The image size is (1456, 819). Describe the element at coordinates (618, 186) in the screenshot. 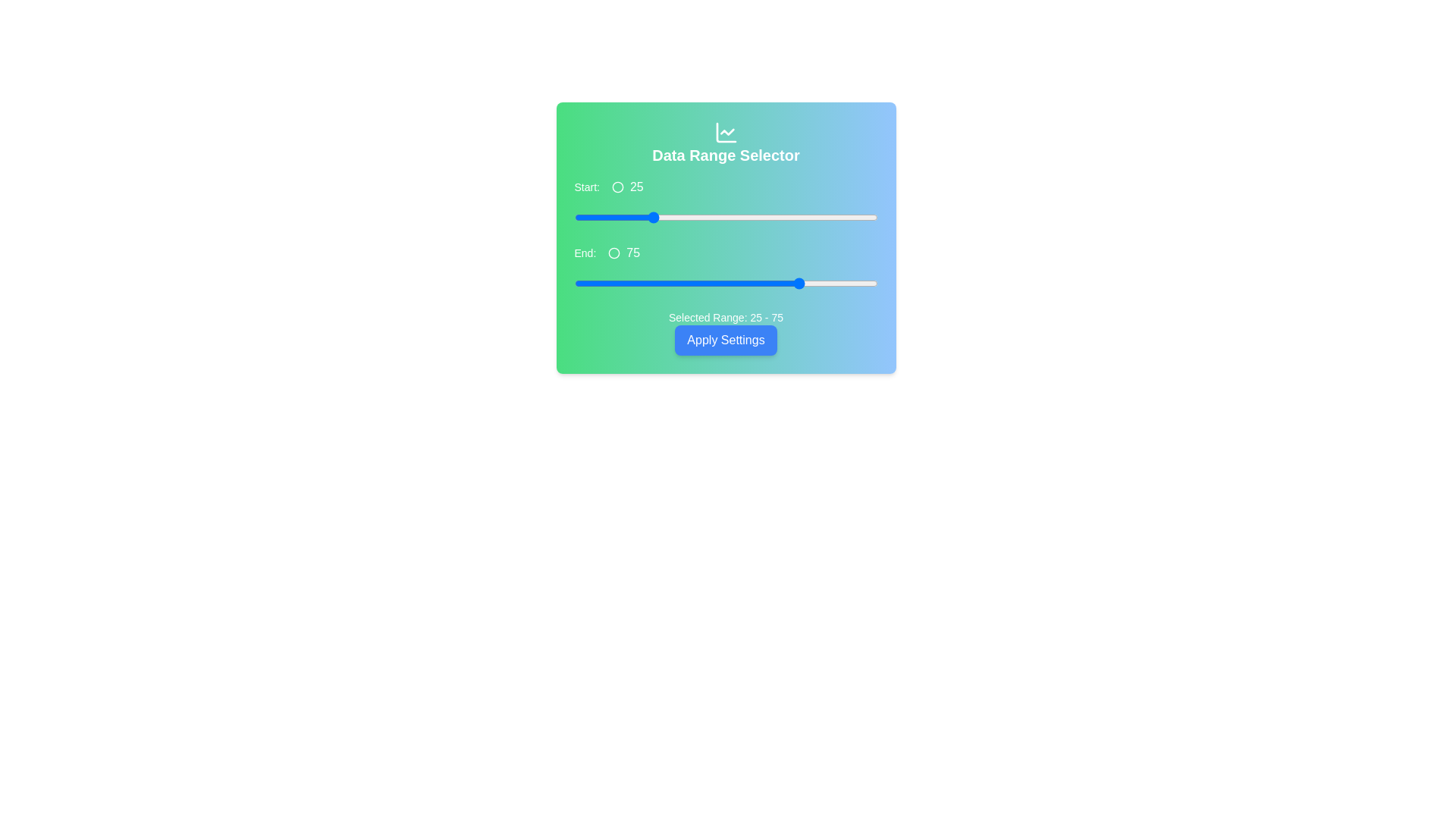

I see `the small, circular icon with a thin border that is positioned adjacent to the text 'Start:' and '25', which is part of the 'Data Range Selector' panel` at that location.